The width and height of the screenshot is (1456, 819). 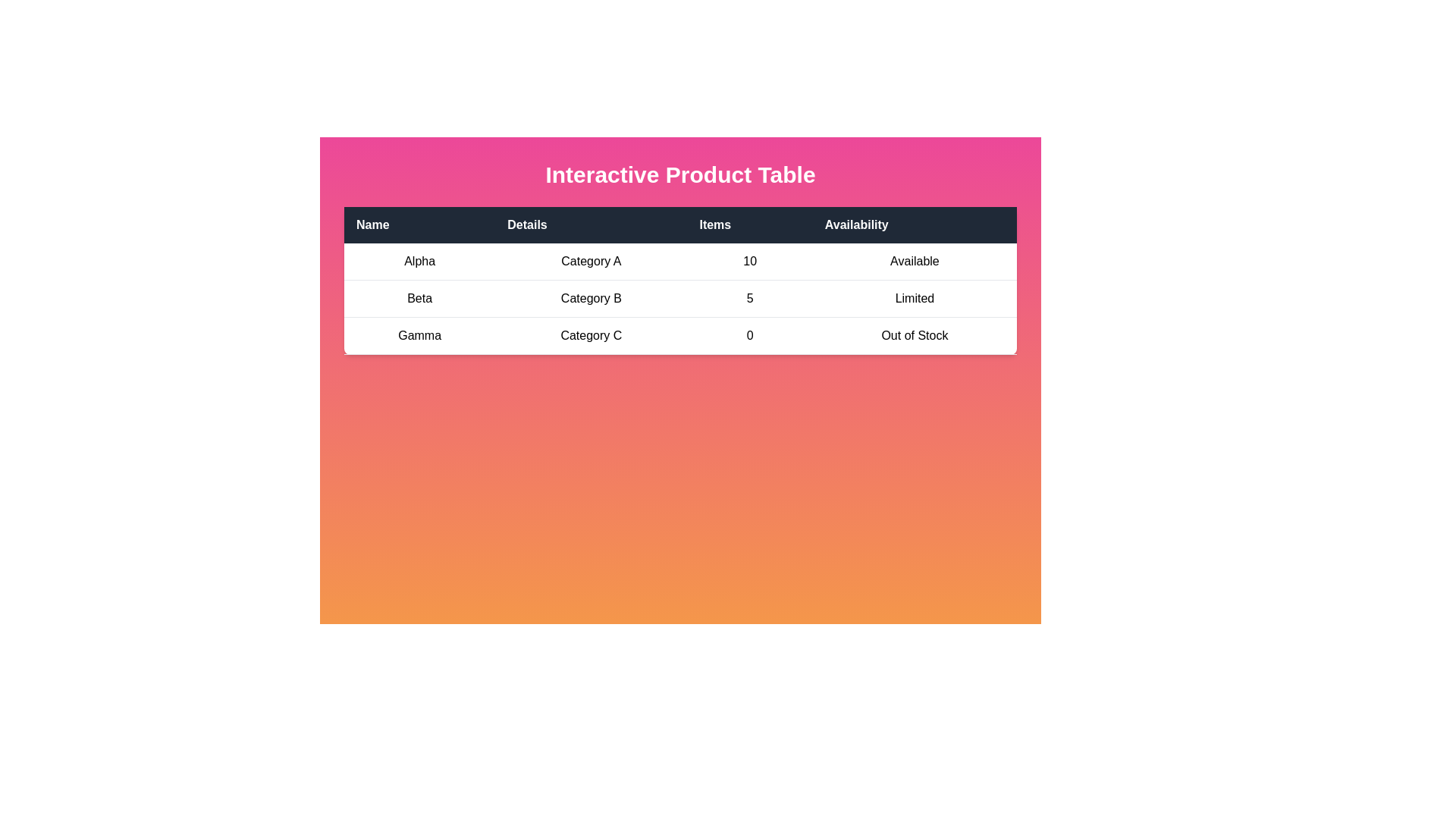 I want to click on the Text Display Field that shows the number of items available, which is currently zero, located in the third column of the 'Gamma' row and 'Category C', right before the 'Out of Stock' cell in the last row of the table, so click(x=750, y=335).